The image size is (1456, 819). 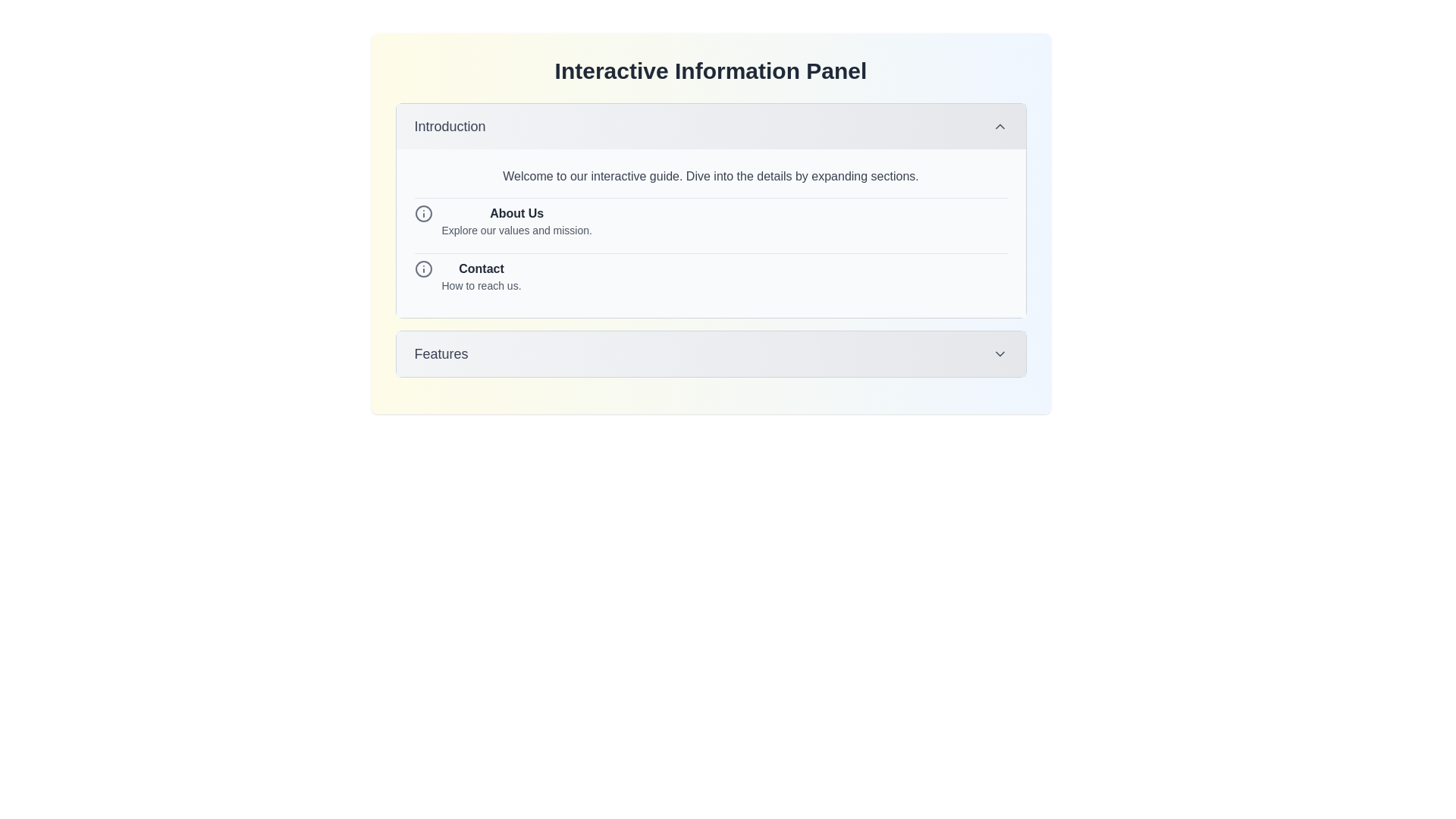 I want to click on the chevron icon located at the right end of the 'Features' section to trigger the tooltip effect, so click(x=999, y=353).